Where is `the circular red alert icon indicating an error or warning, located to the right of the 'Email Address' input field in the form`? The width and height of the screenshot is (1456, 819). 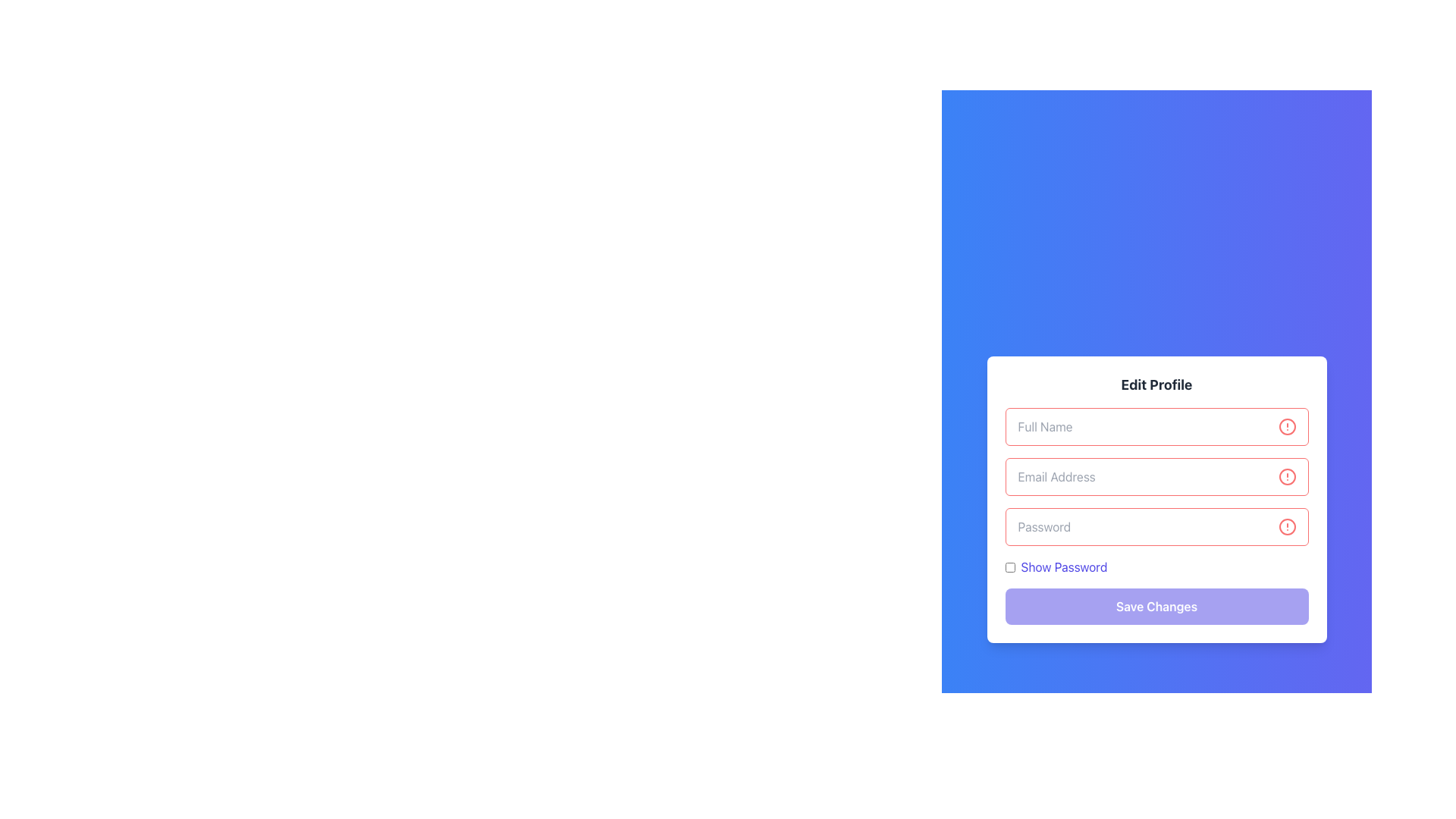 the circular red alert icon indicating an error or warning, located to the right of the 'Email Address' input field in the form is located at coordinates (1286, 475).